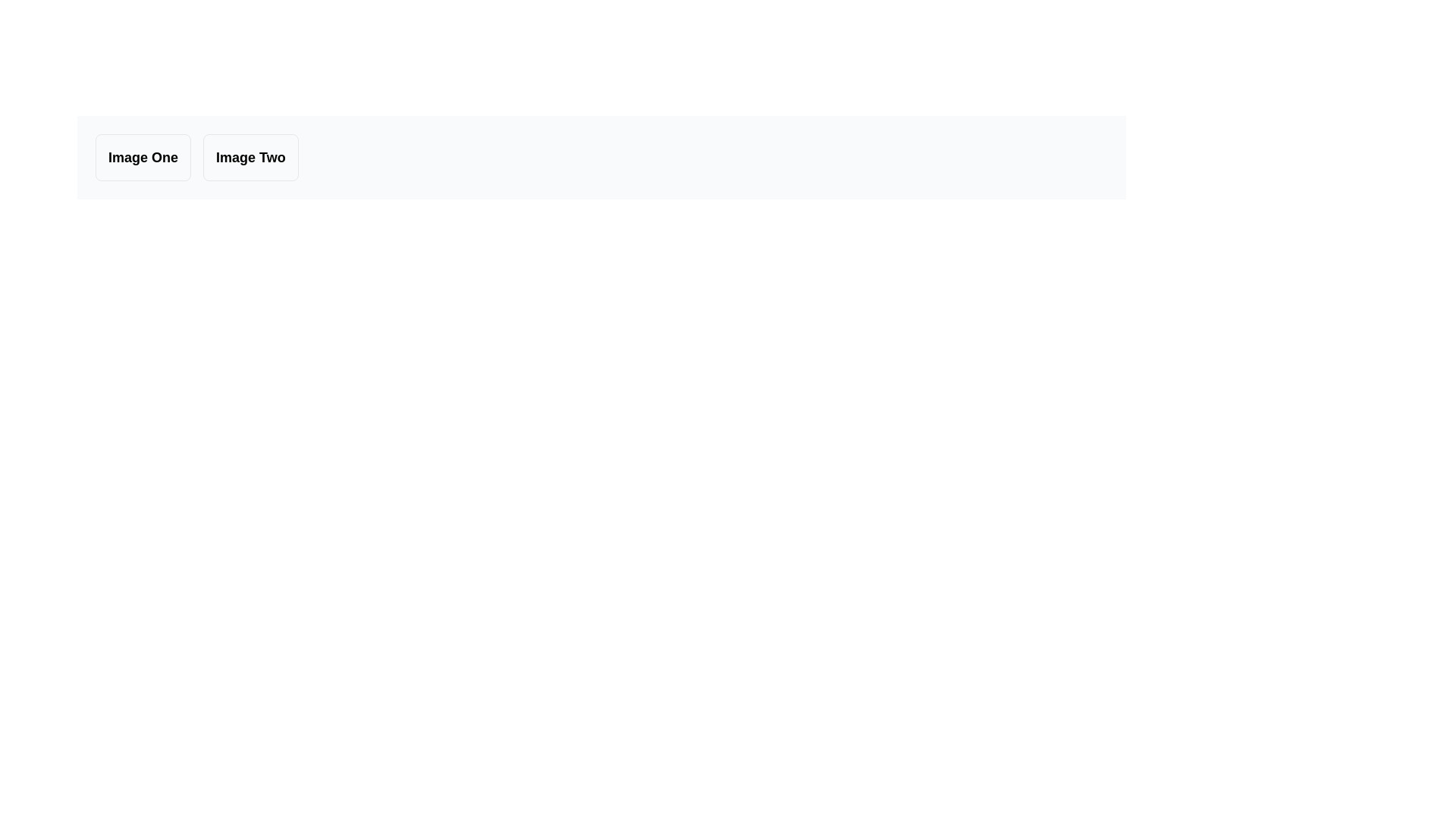  I want to click on the button labeled 'Image Two', which has a white background and is positioned, so click(250, 158).